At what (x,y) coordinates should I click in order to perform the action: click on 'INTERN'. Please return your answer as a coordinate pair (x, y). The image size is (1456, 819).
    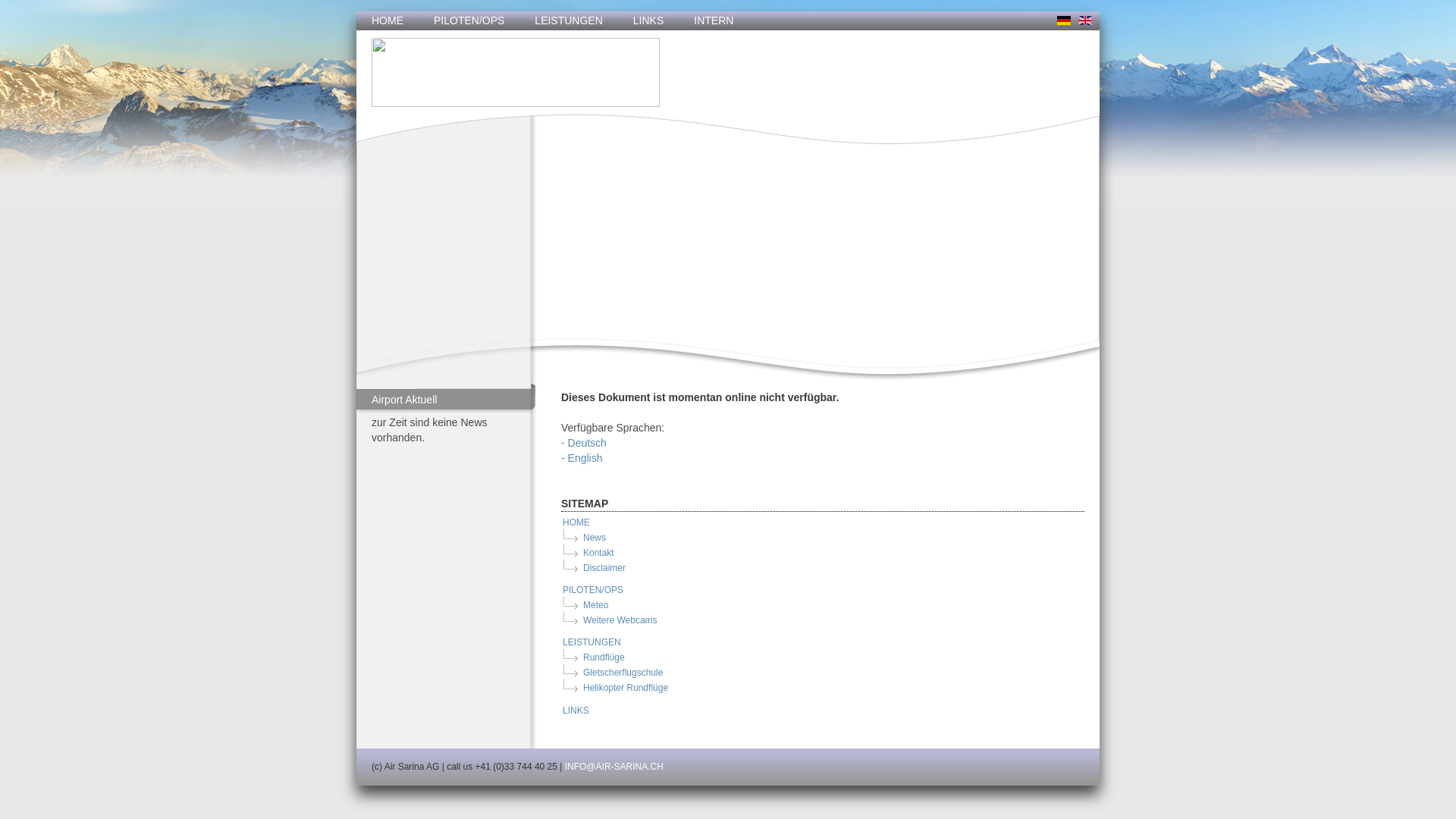
    Looking at the image, I should click on (712, 20).